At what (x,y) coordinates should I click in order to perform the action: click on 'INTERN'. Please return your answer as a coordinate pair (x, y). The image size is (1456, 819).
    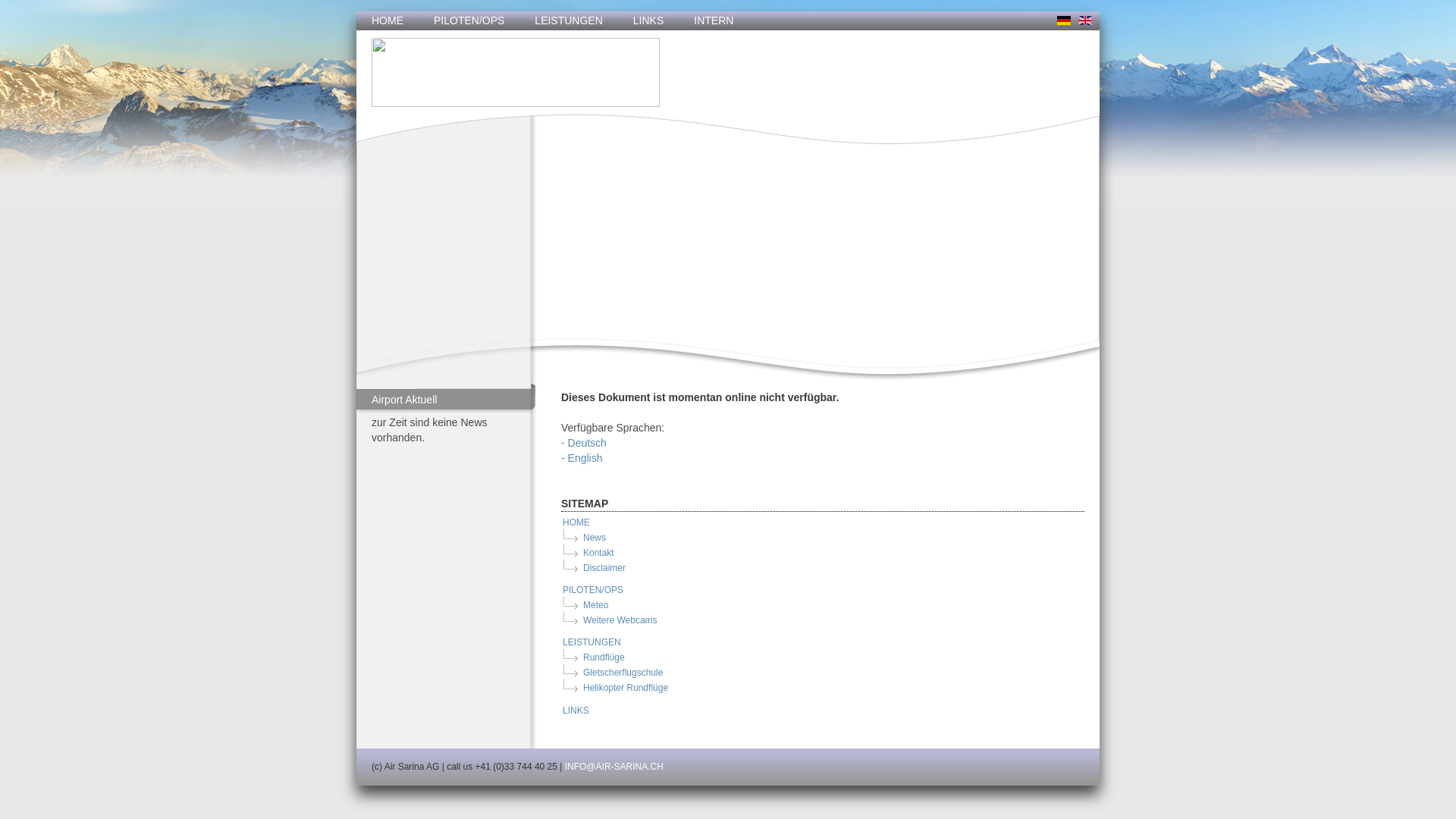
    Looking at the image, I should click on (712, 20).